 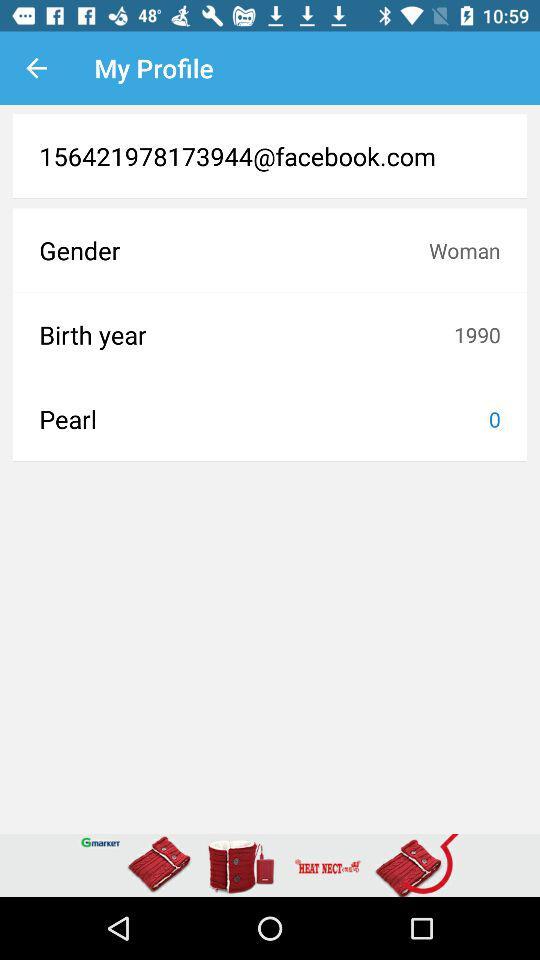 What do you see at coordinates (476, 334) in the screenshot?
I see `icon next to the birth year icon` at bounding box center [476, 334].